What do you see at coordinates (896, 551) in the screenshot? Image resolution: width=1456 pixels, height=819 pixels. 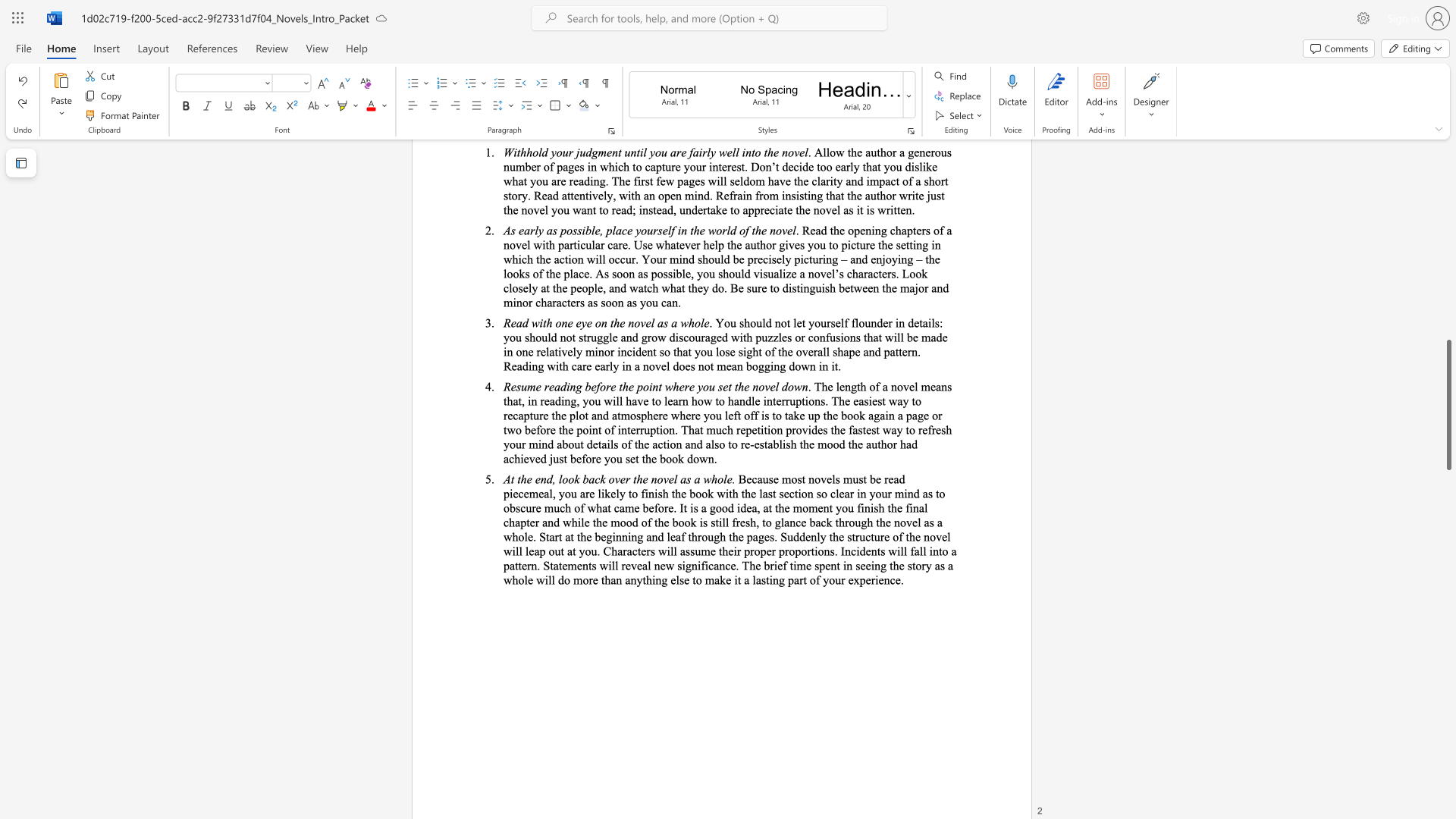 I see `the subset text "ill fall" within the text "Because most novels must be read piecemeal, you are likely to finish the book with the last section so clear in your mind as to obscure much of what came before. It is a good idea, at the moment you finish the final chapter and while the mood of the book is still fresh, to glance back through the novel as a whole. Start at the beginning and leaf through the pages. Suddenly the structure of the novel will leap out at you. Characters will assume their proper proportions. Incidents will fall into a pattern. S"` at bounding box center [896, 551].